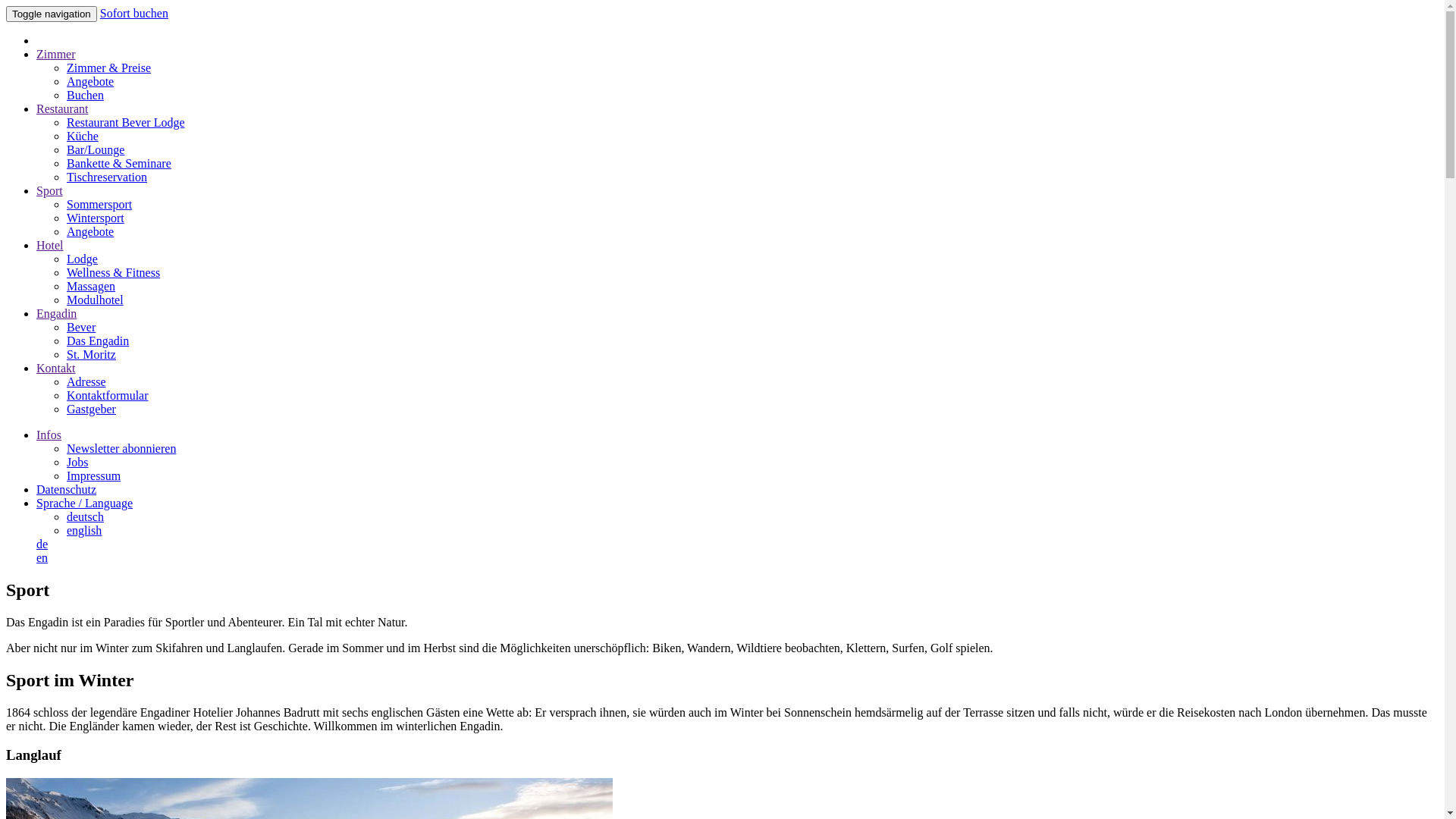 The width and height of the screenshot is (1456, 819). Describe the element at coordinates (90, 354) in the screenshot. I see `'St. Moritz'` at that location.